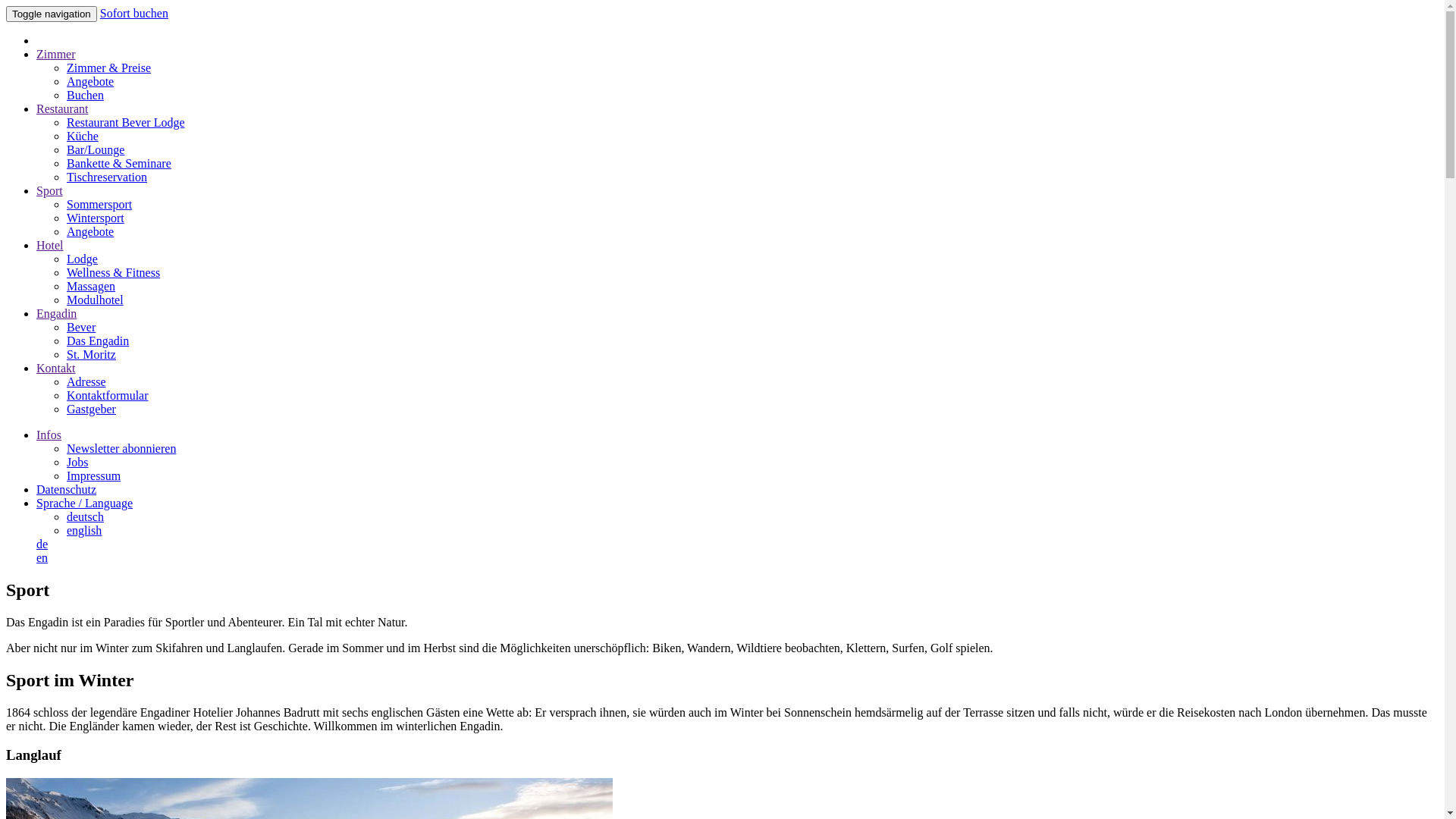 The width and height of the screenshot is (1456, 819). Describe the element at coordinates (90, 354) in the screenshot. I see `'St. Moritz'` at that location.